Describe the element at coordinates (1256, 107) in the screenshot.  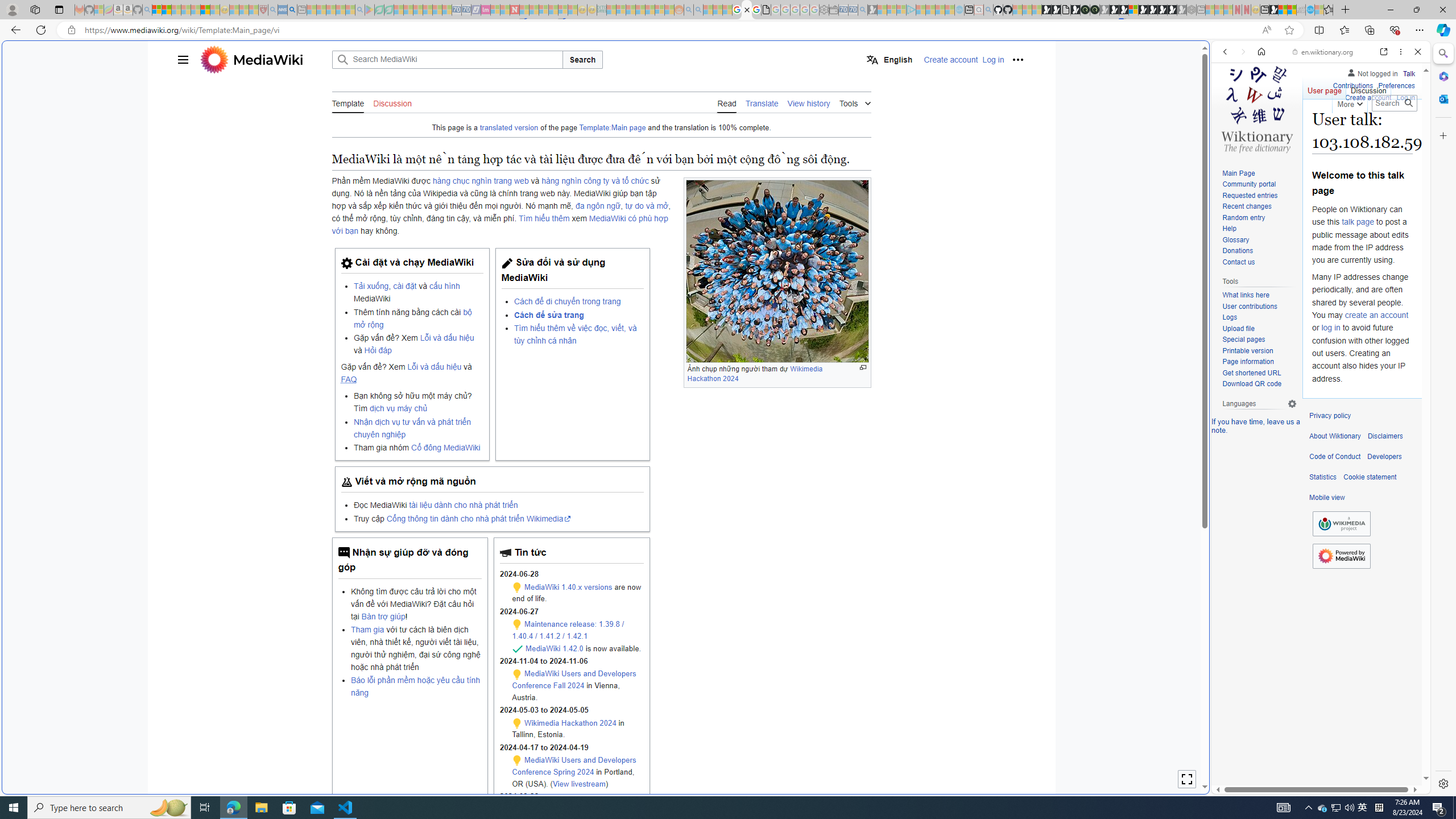
I see `'Visit the main page'` at that location.